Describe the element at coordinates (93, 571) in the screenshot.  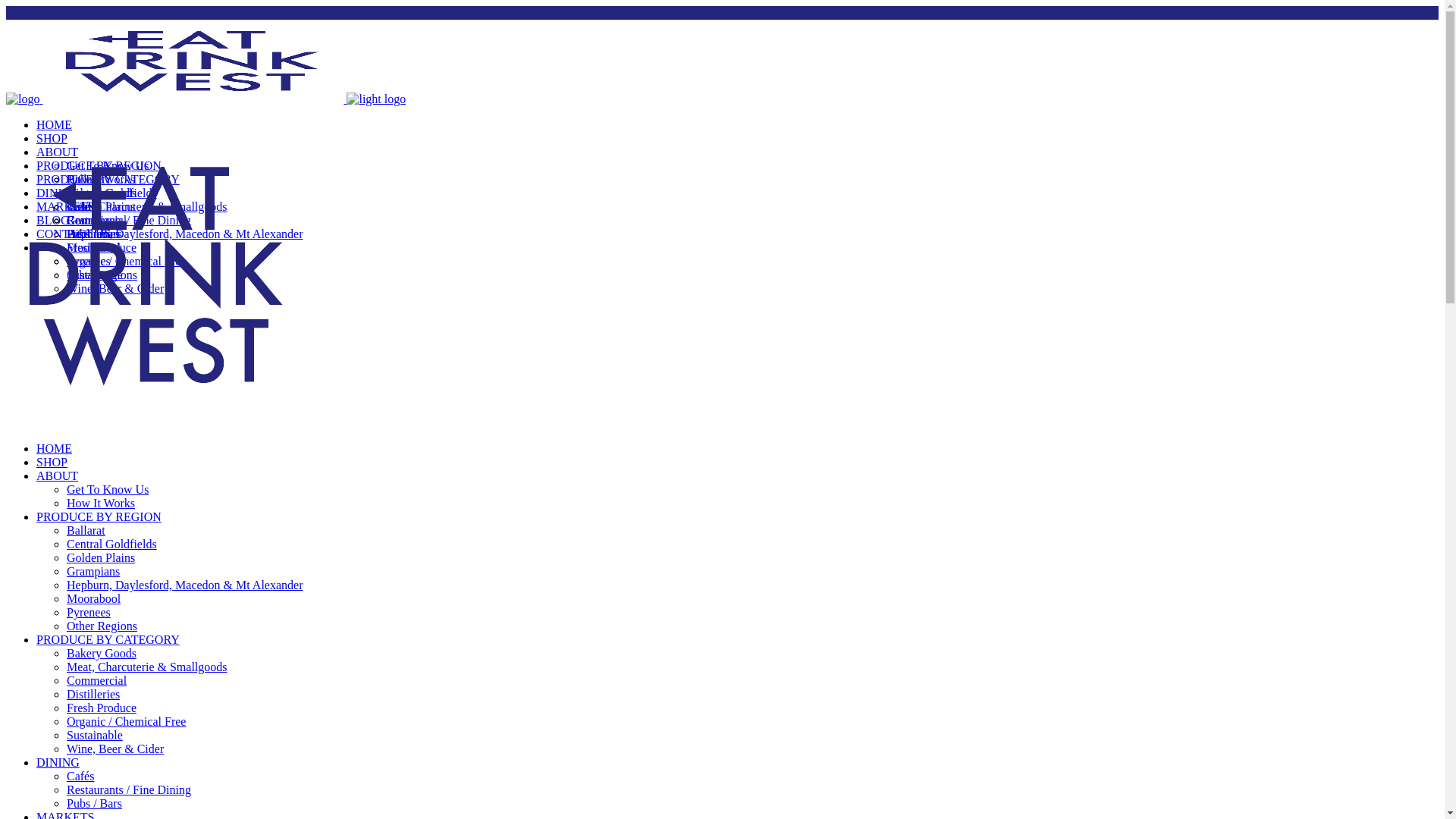
I see `'Grampians'` at that location.